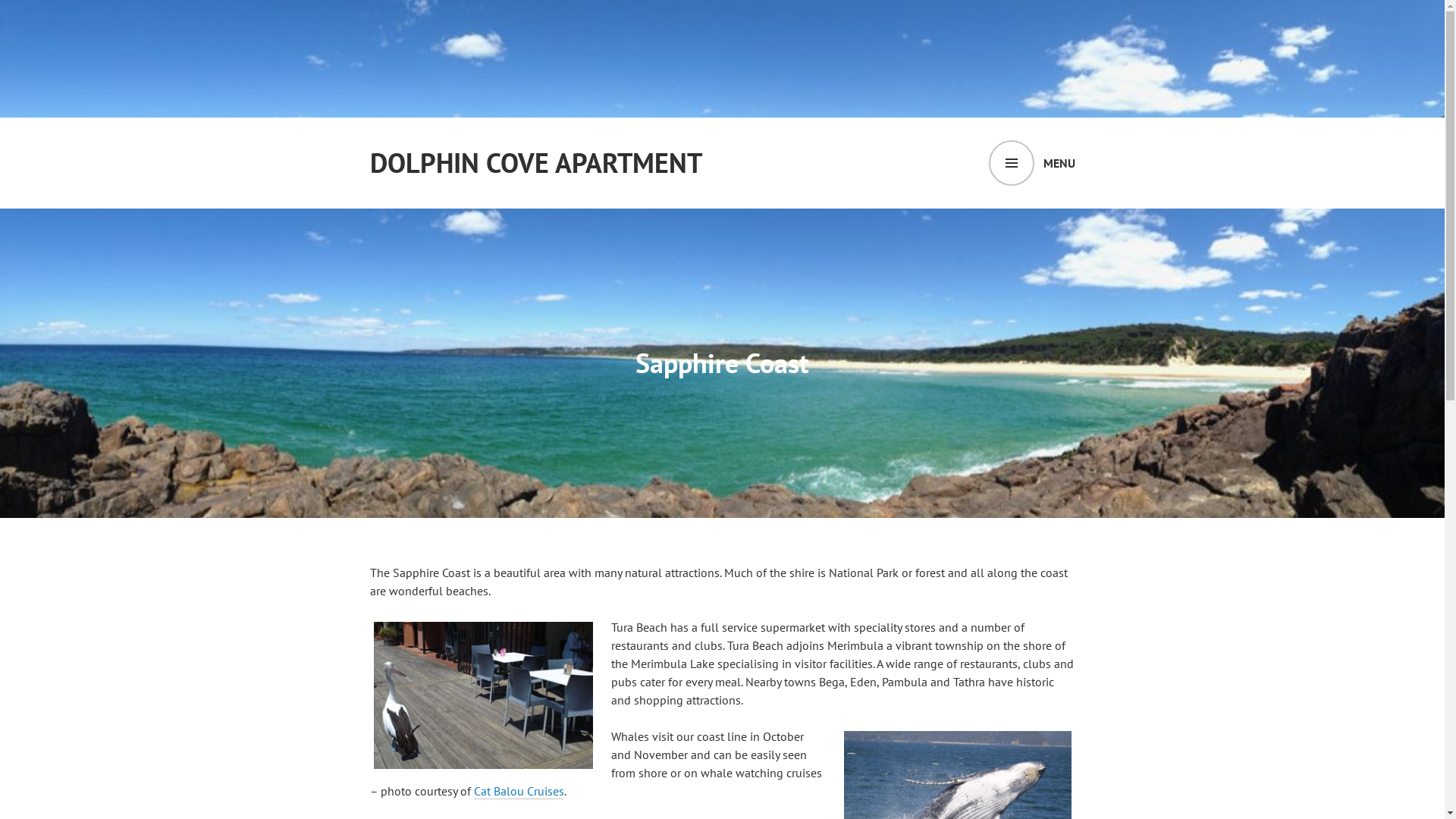  What do you see at coordinates (472, 790) in the screenshot?
I see `'Cat Balou Cruises'` at bounding box center [472, 790].